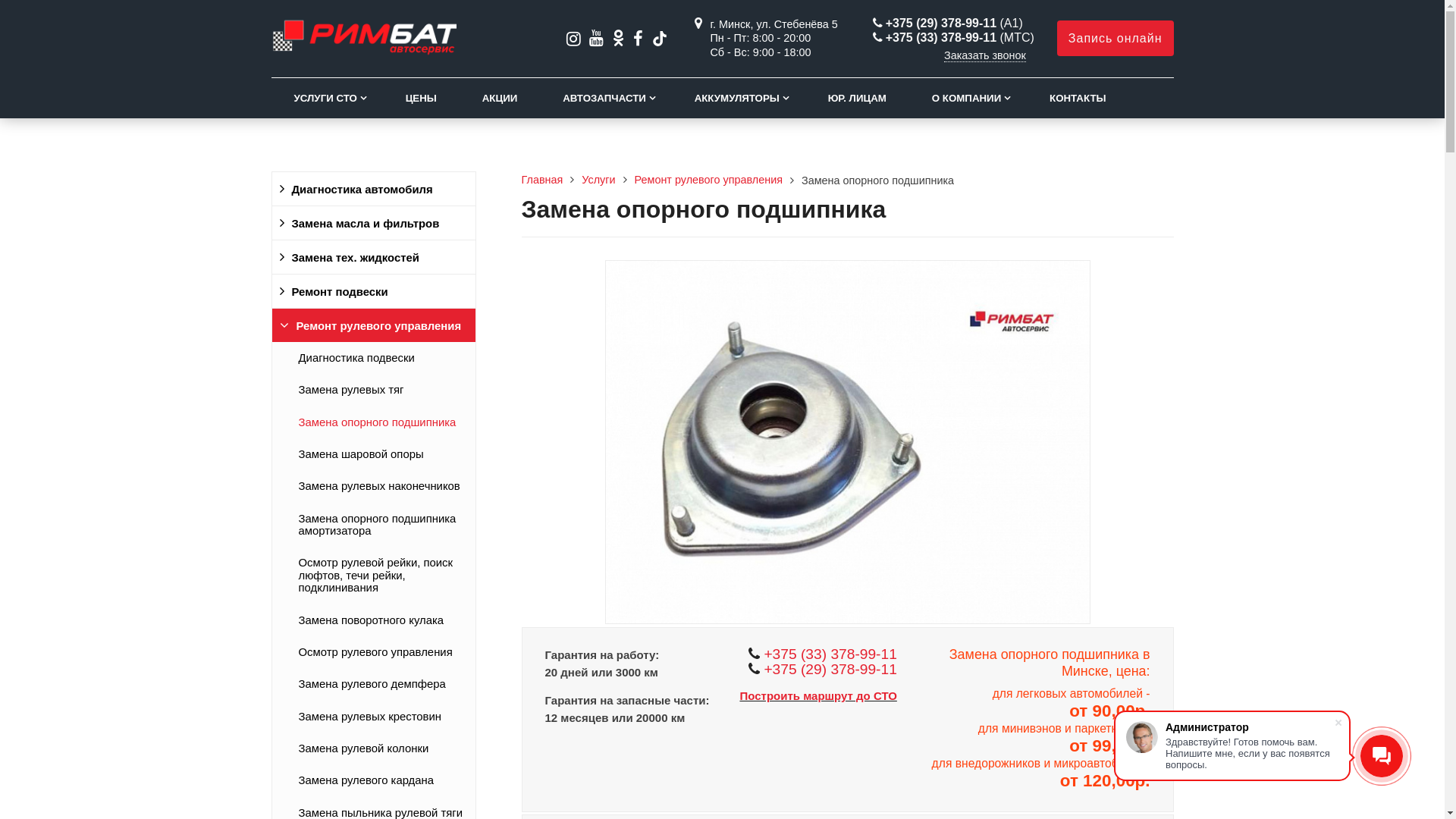 This screenshot has height=819, width=1456. Describe the element at coordinates (829, 653) in the screenshot. I see `'+375 (33) 378-99-11'` at that location.